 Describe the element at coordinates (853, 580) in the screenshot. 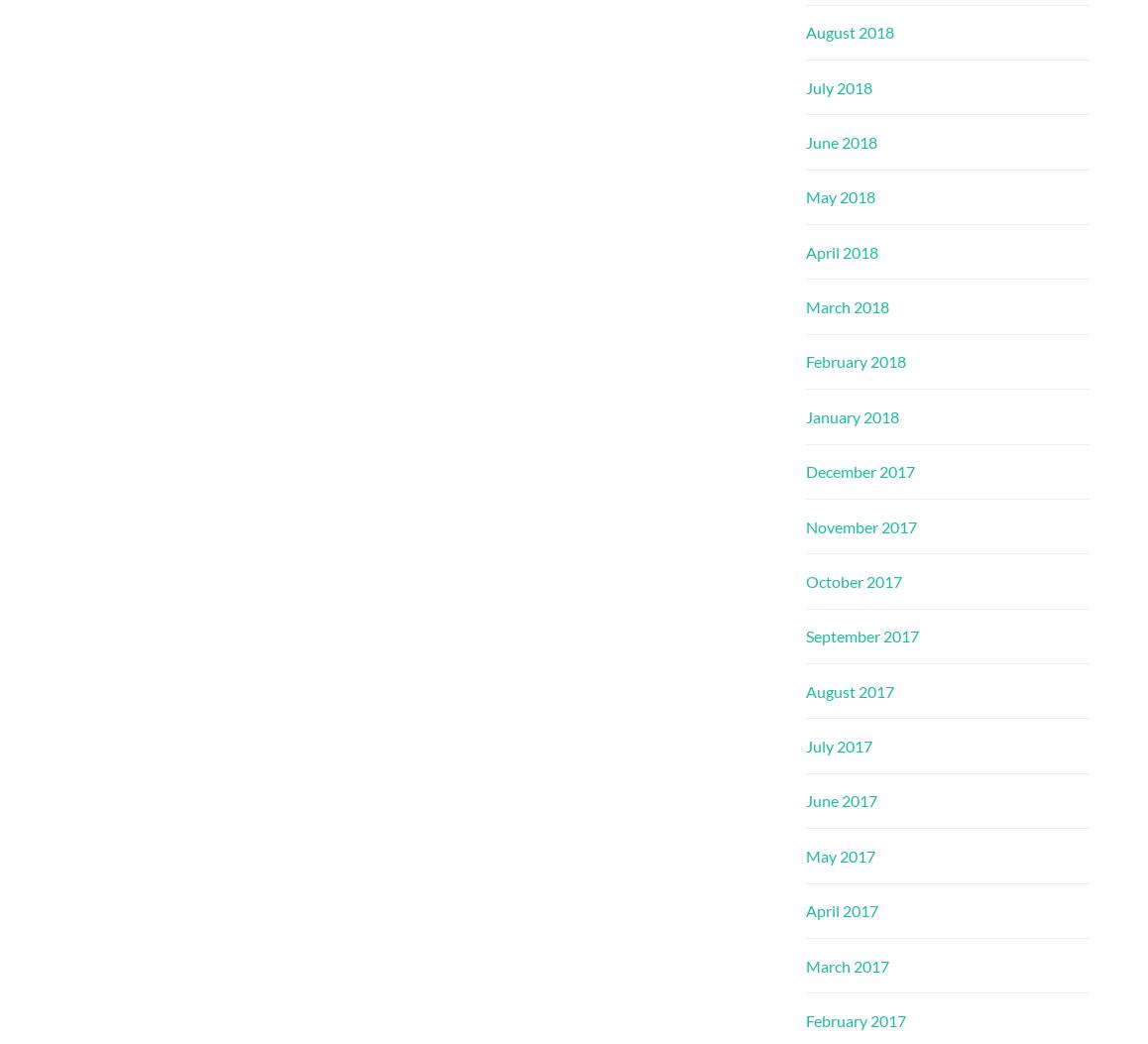

I see `'October 2017'` at that location.